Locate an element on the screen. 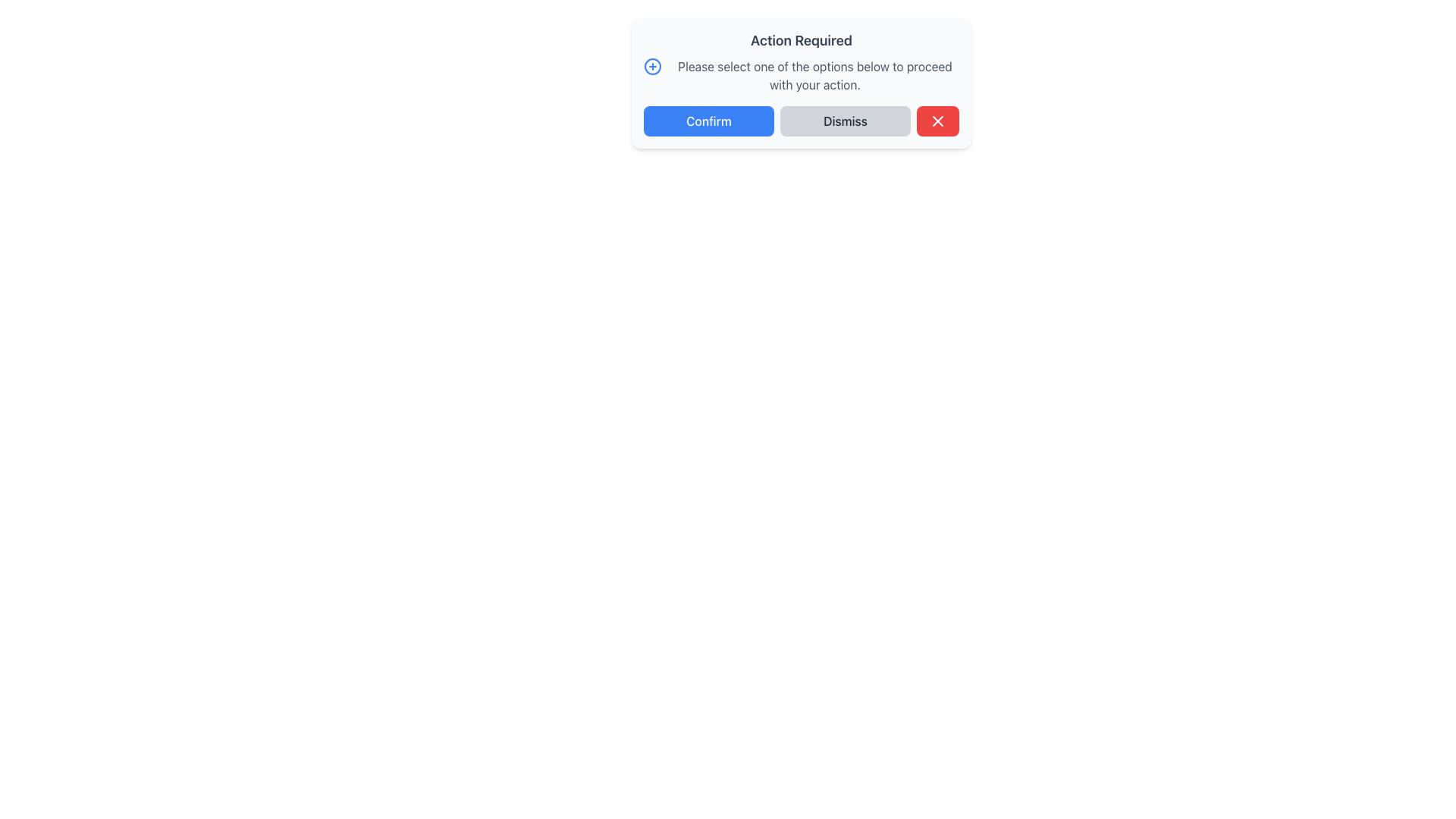  the blue and white circular icon with a plus symbol, which is located to the left of the text 'Please select one of the options below to proceed with your action.' is located at coordinates (652, 66).